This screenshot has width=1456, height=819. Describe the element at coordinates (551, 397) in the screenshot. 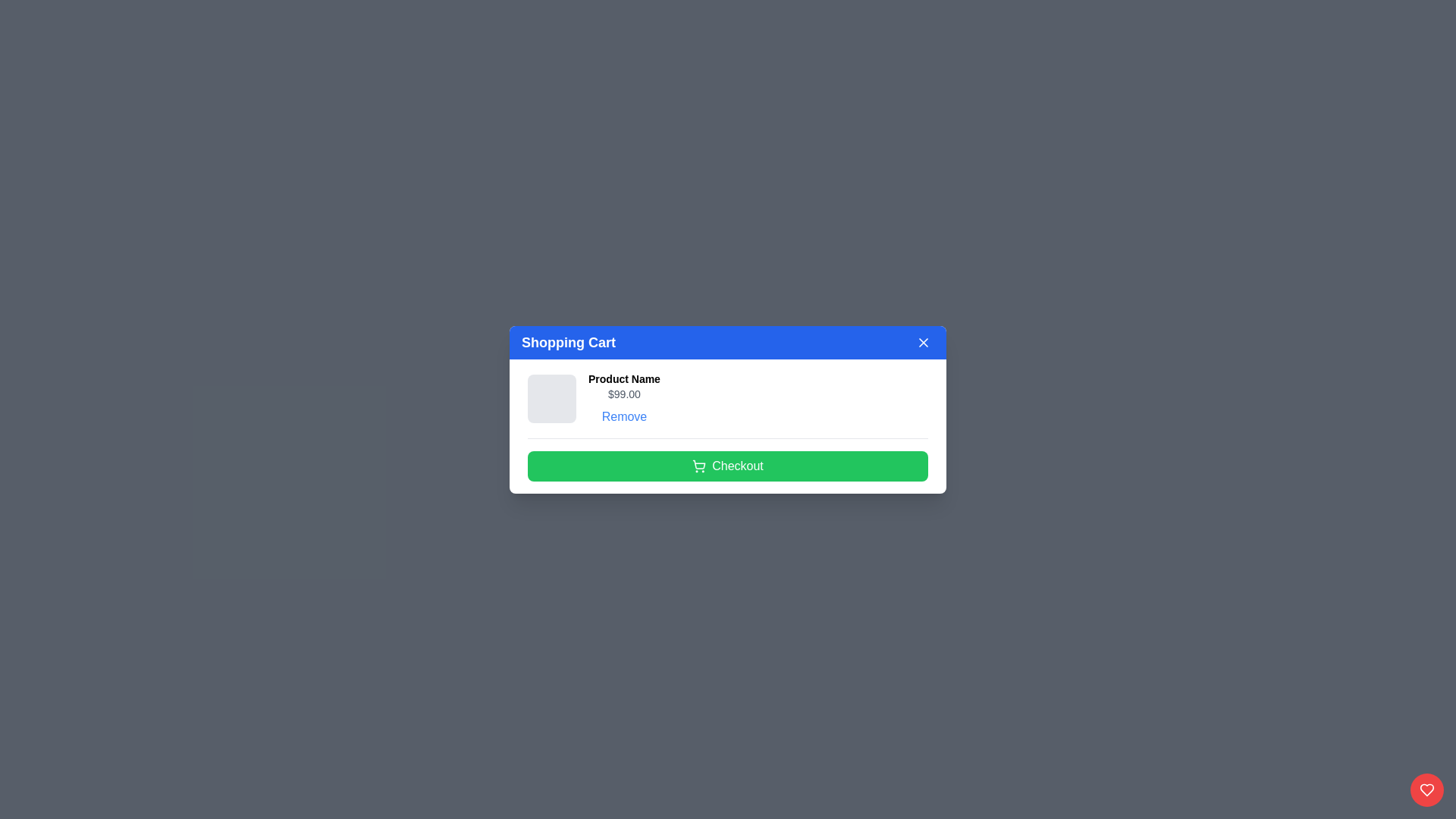

I see `the Static display box in the shopping cart interface, which serves as a visual representation of the product image` at that location.